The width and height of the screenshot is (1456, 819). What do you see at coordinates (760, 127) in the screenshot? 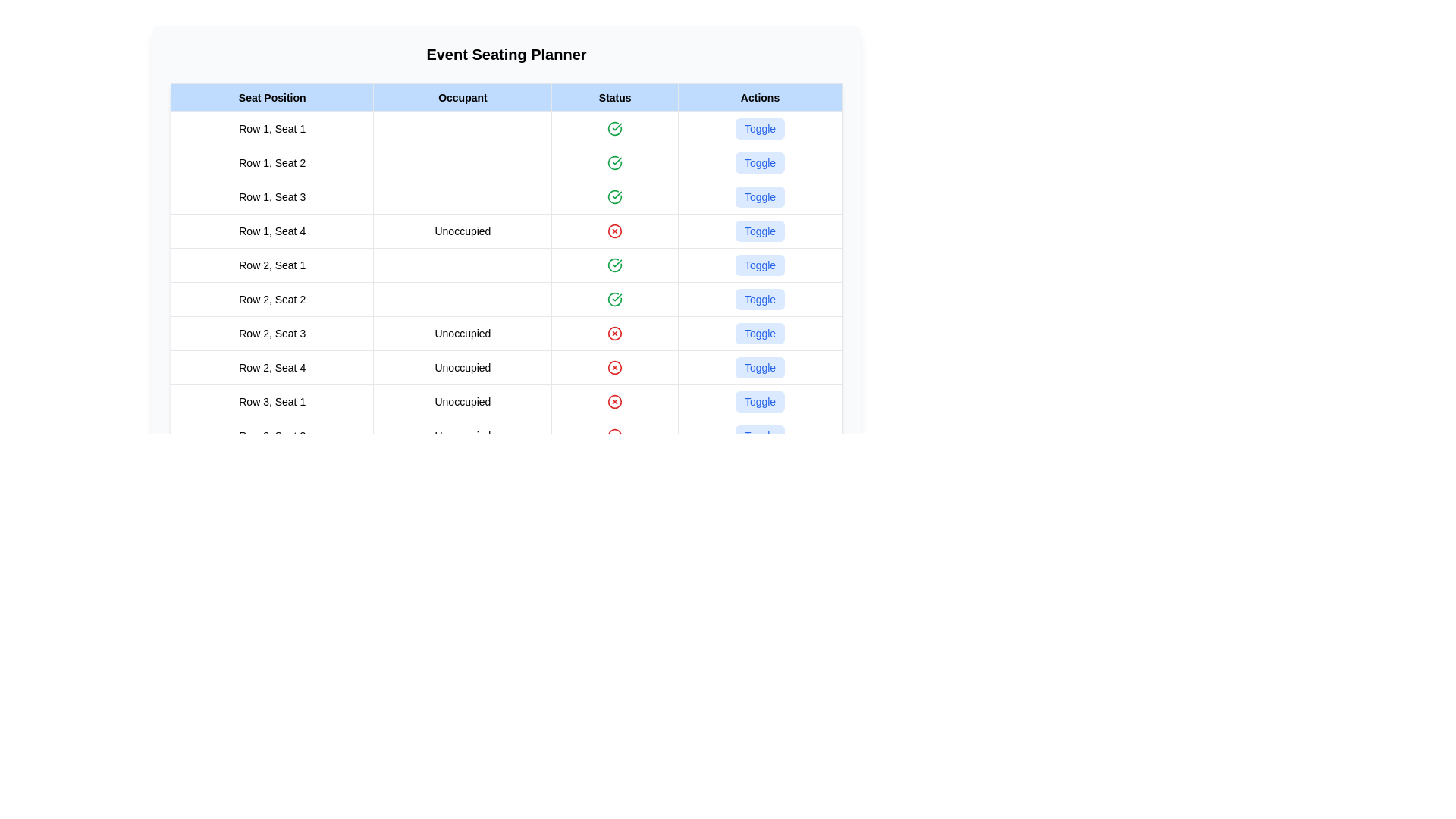
I see `the toggle button in the 'Actions' column under 'Event Seating Planner' for 'Row 1, Seat 1' to observe the visual change` at bounding box center [760, 127].